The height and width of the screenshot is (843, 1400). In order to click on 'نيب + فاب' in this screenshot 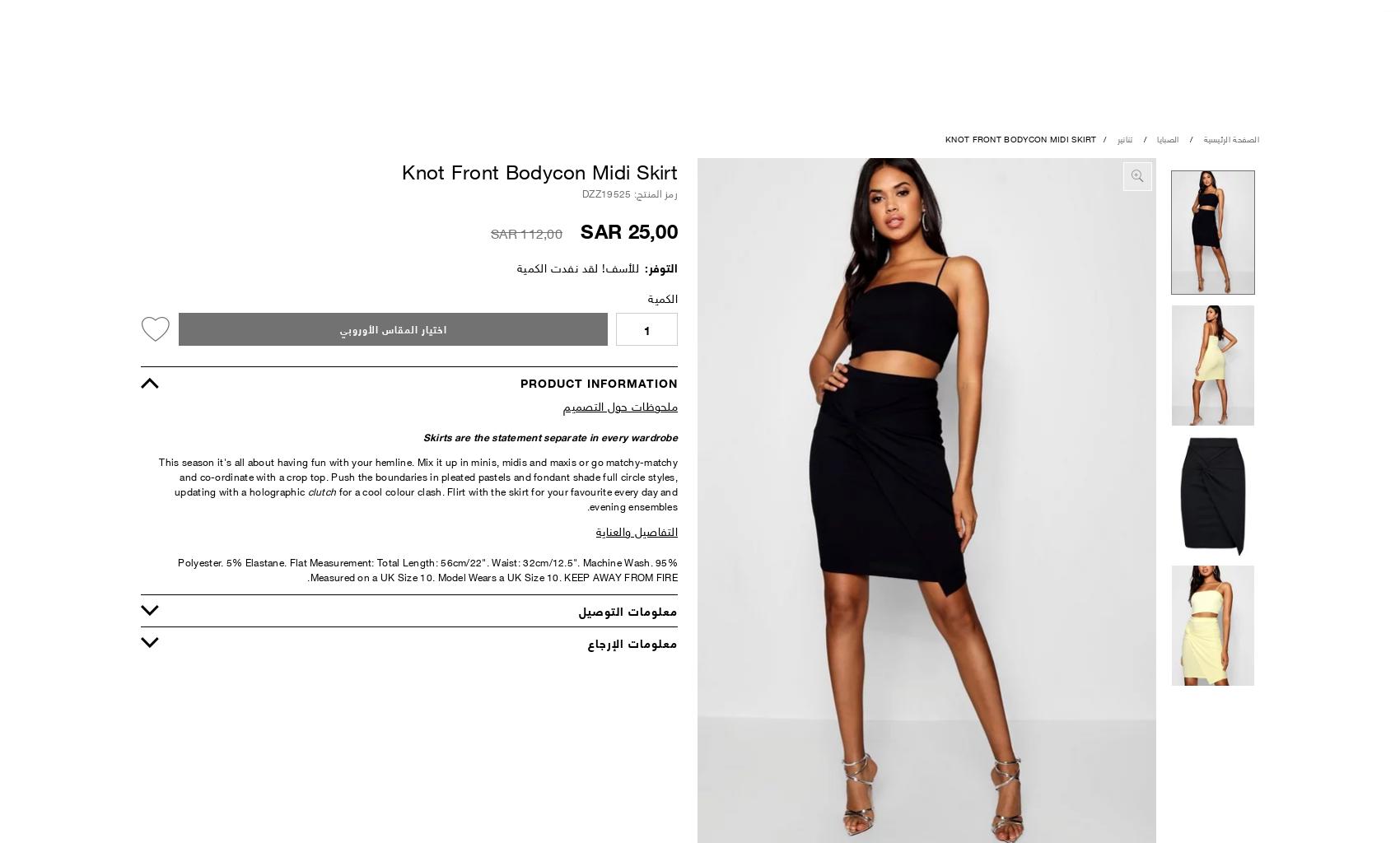, I will do `click(488, 381)`.